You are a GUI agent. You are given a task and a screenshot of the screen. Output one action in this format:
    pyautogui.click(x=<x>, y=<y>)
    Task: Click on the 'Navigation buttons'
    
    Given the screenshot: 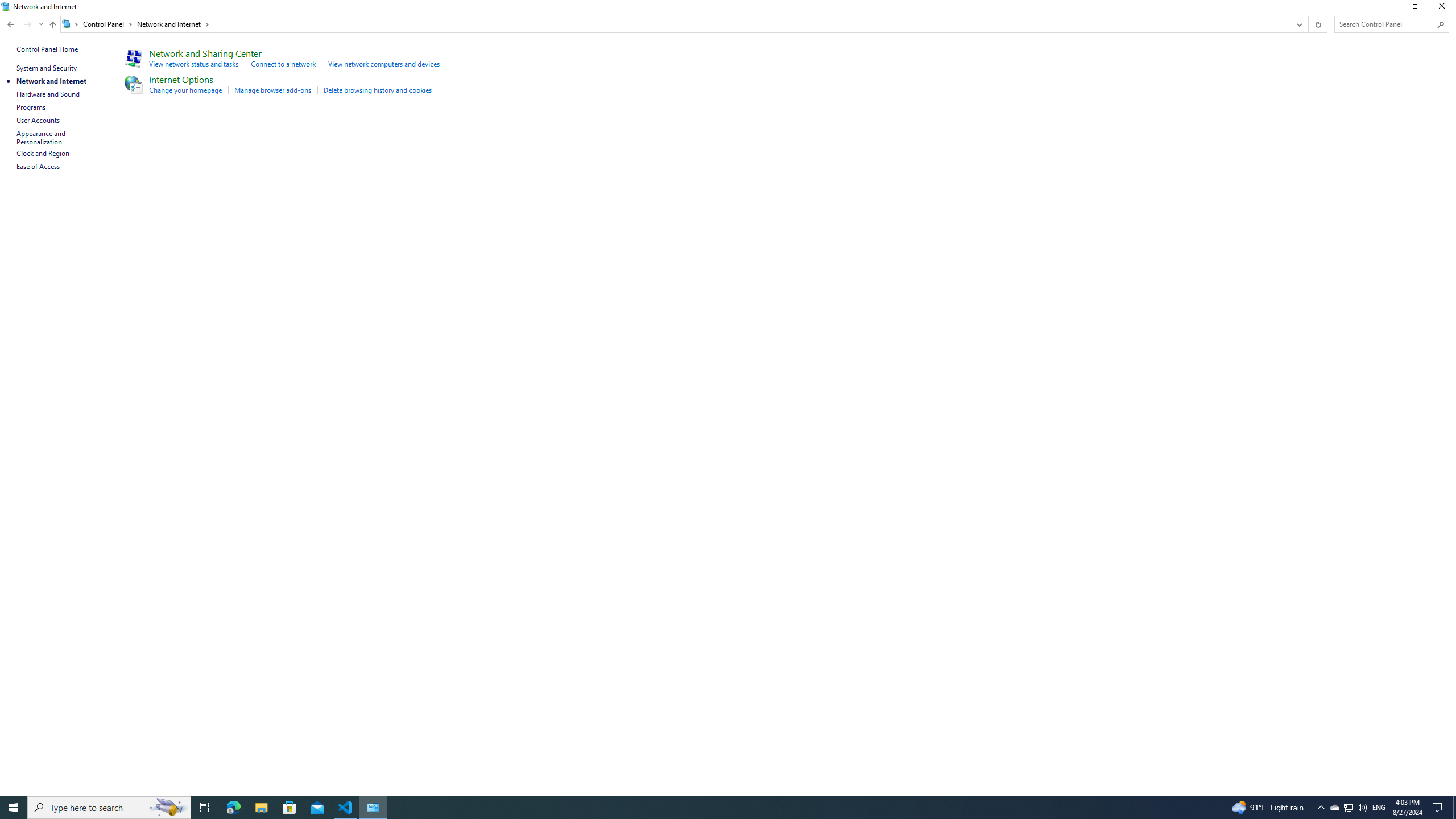 What is the action you would take?
    pyautogui.click(x=24, y=24)
    